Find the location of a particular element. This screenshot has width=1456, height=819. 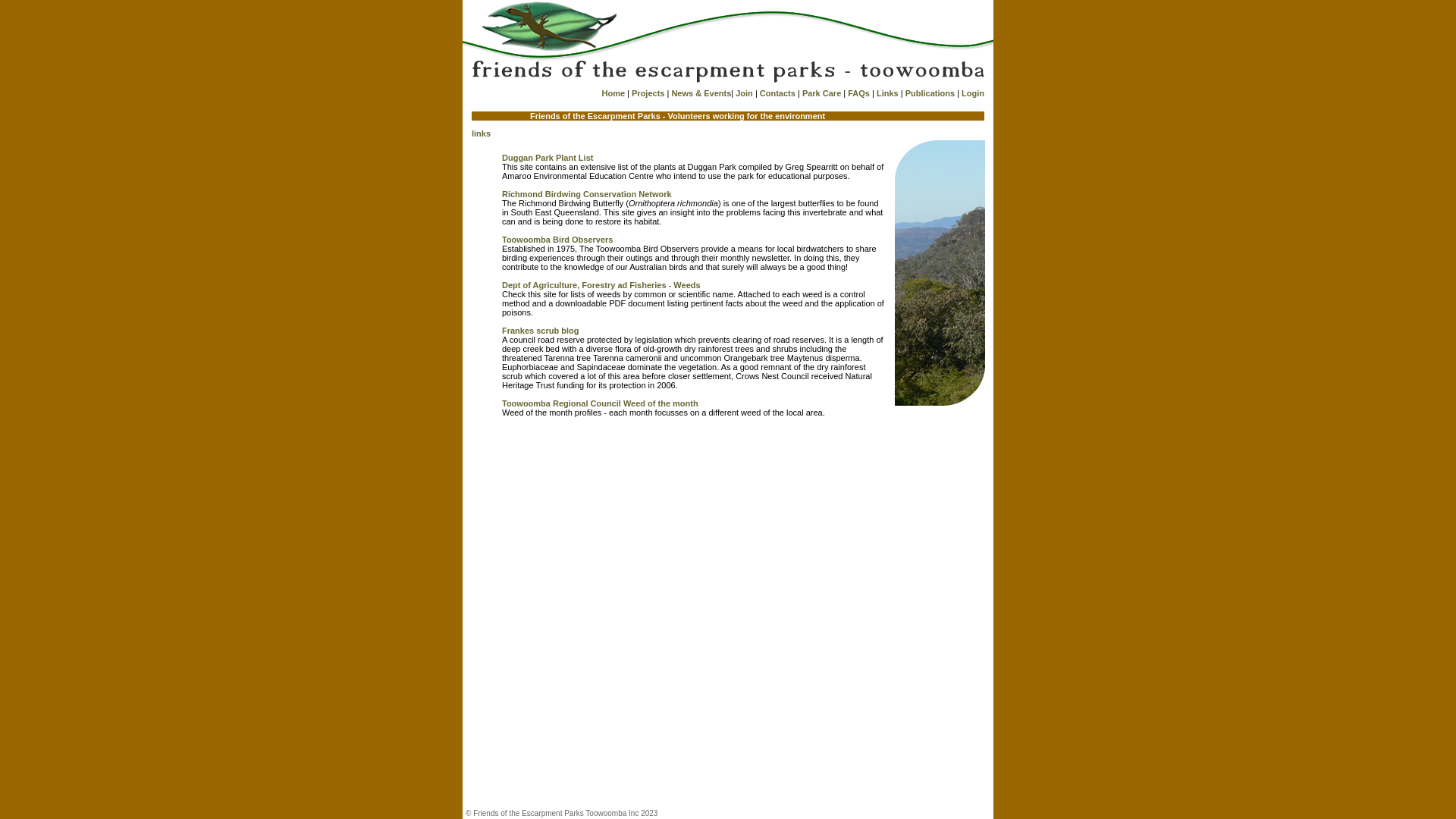

'Login' is located at coordinates (972, 93).